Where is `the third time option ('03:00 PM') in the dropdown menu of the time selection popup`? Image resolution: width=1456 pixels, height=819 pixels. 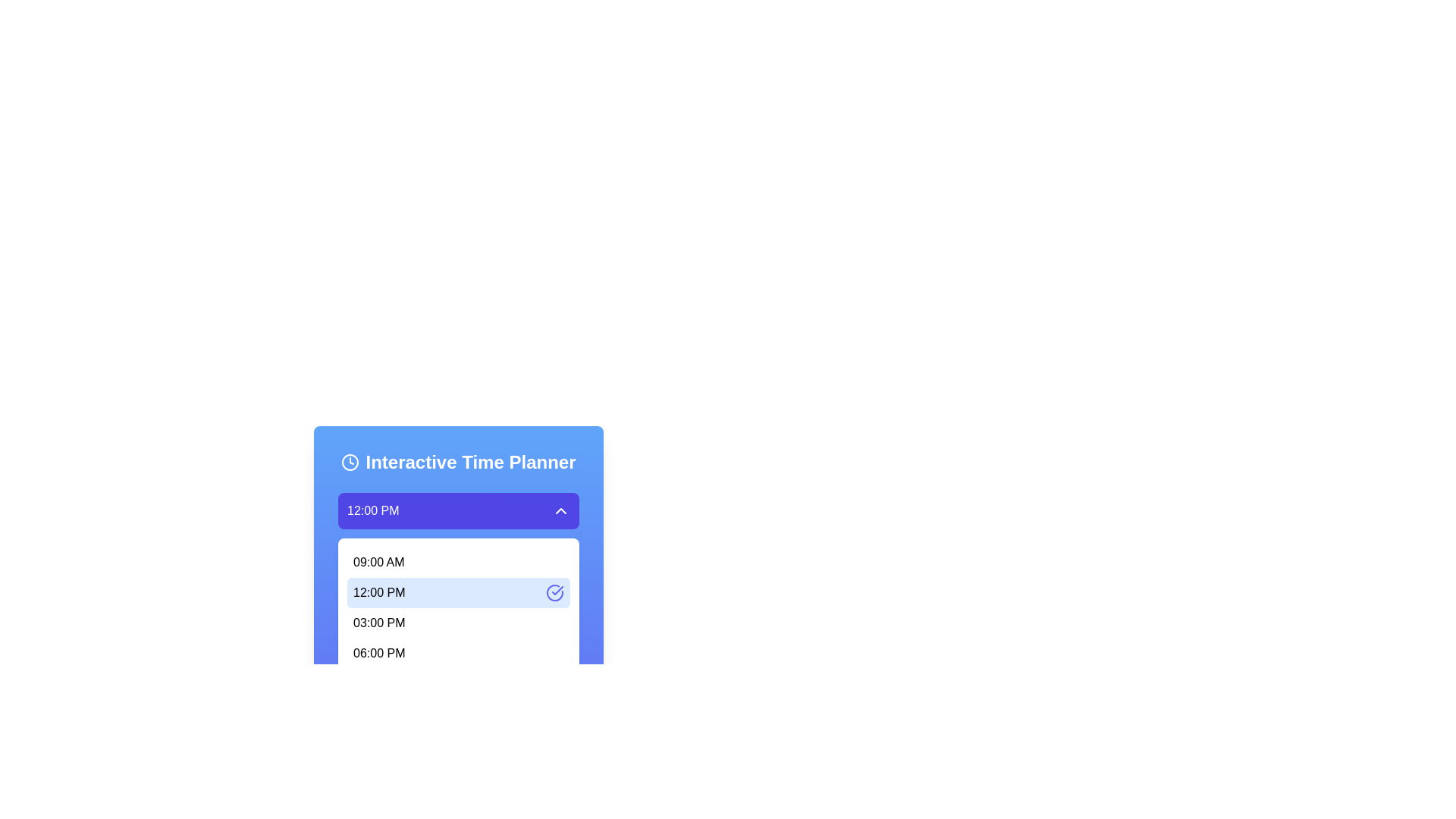 the third time option ('03:00 PM') in the dropdown menu of the time selection popup is located at coordinates (457, 623).